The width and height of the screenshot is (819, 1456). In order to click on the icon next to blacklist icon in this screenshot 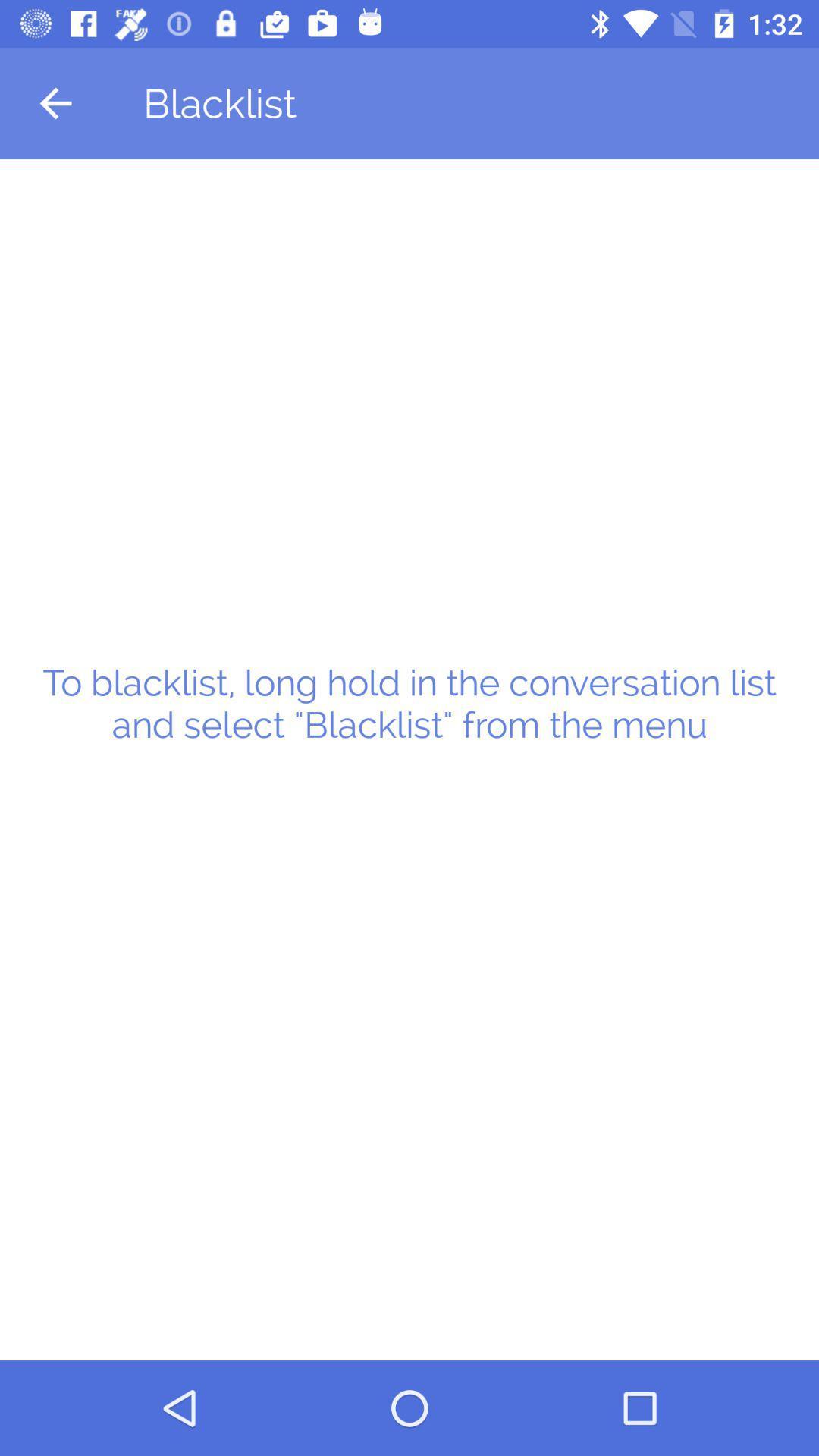, I will do `click(55, 102)`.